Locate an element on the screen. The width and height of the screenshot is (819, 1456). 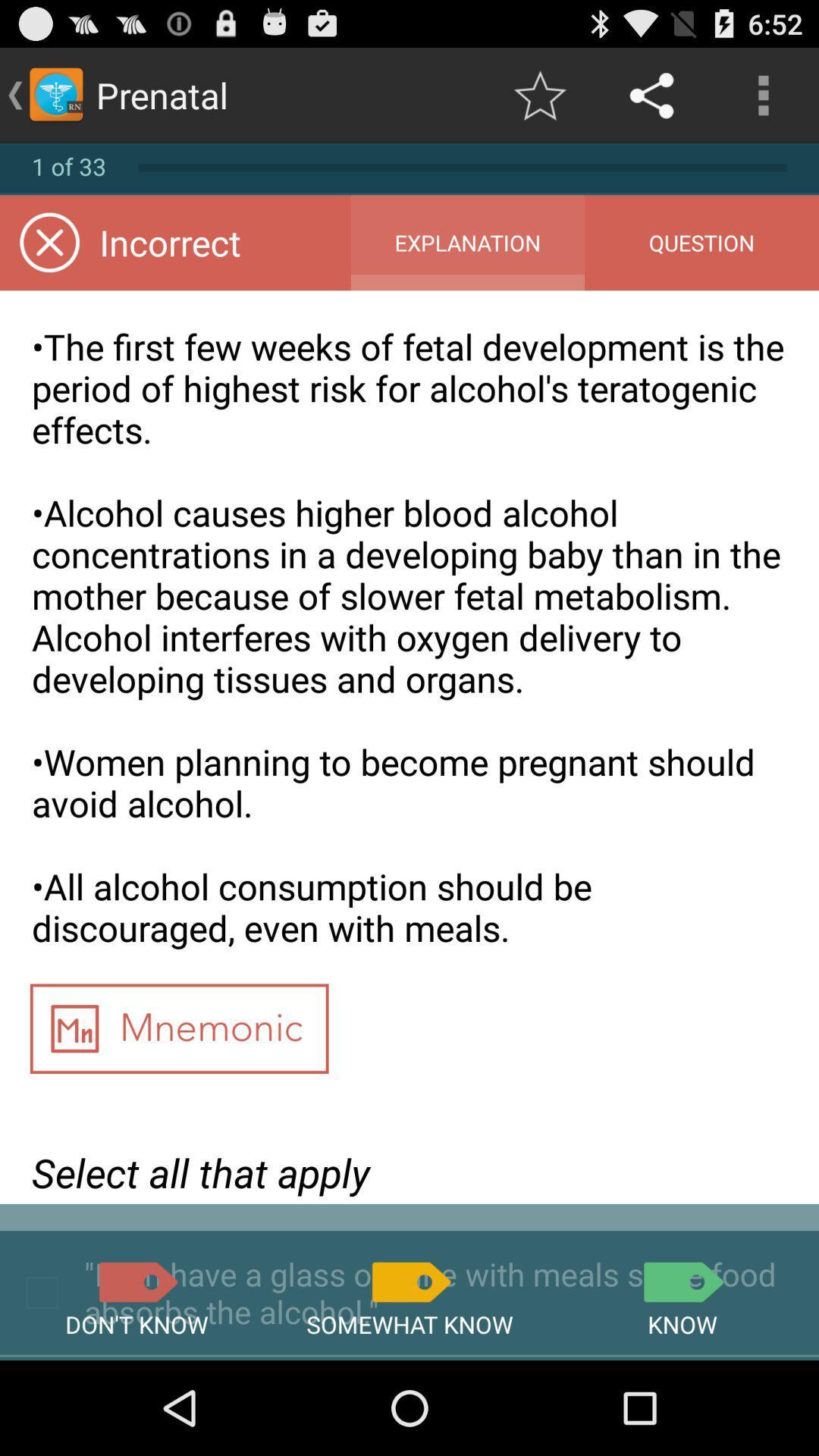
somewhat know answer button is located at coordinates (409, 1281).